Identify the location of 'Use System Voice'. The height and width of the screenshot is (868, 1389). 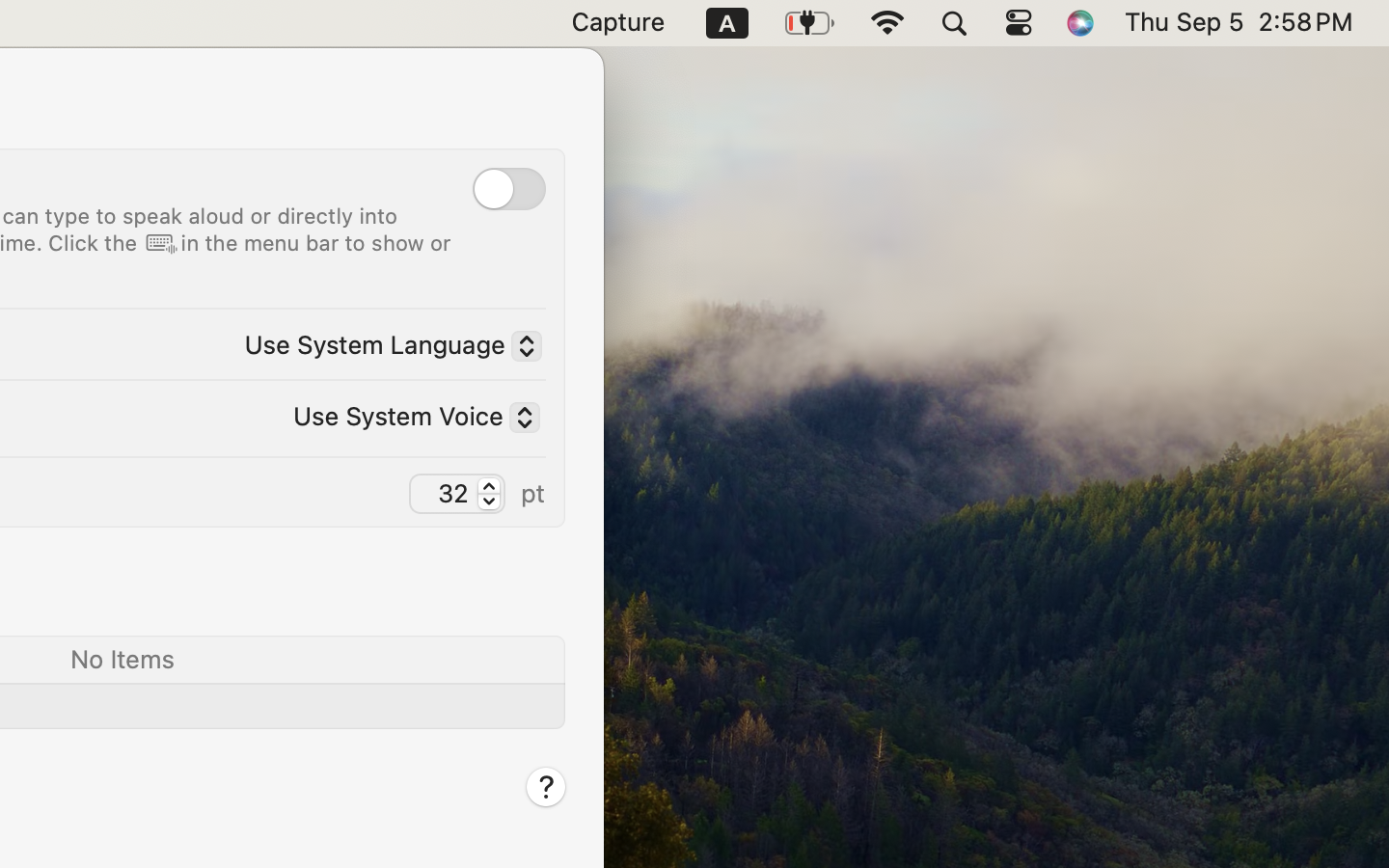
(408, 419).